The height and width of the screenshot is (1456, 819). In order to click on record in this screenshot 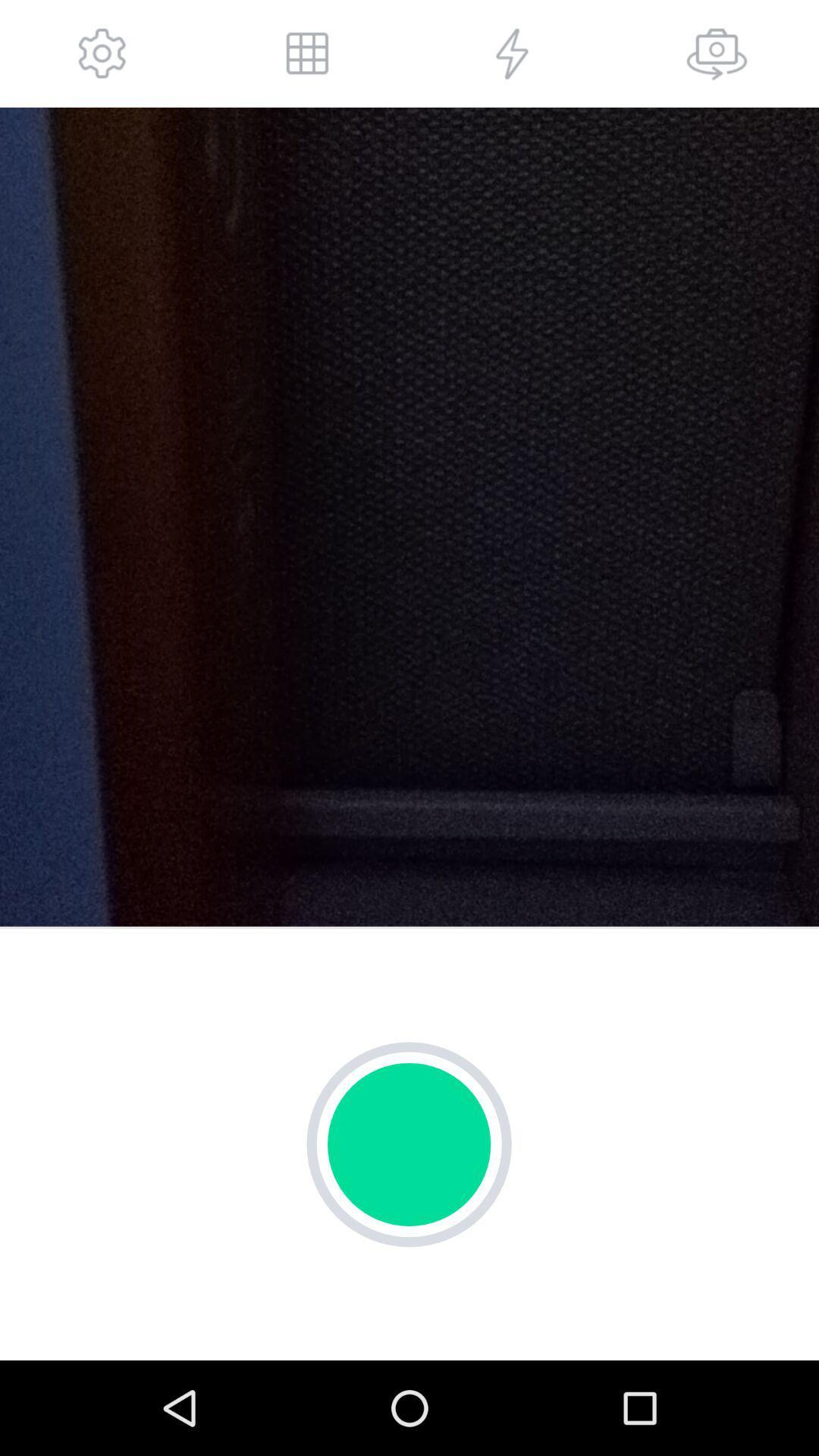, I will do `click(408, 1144)`.